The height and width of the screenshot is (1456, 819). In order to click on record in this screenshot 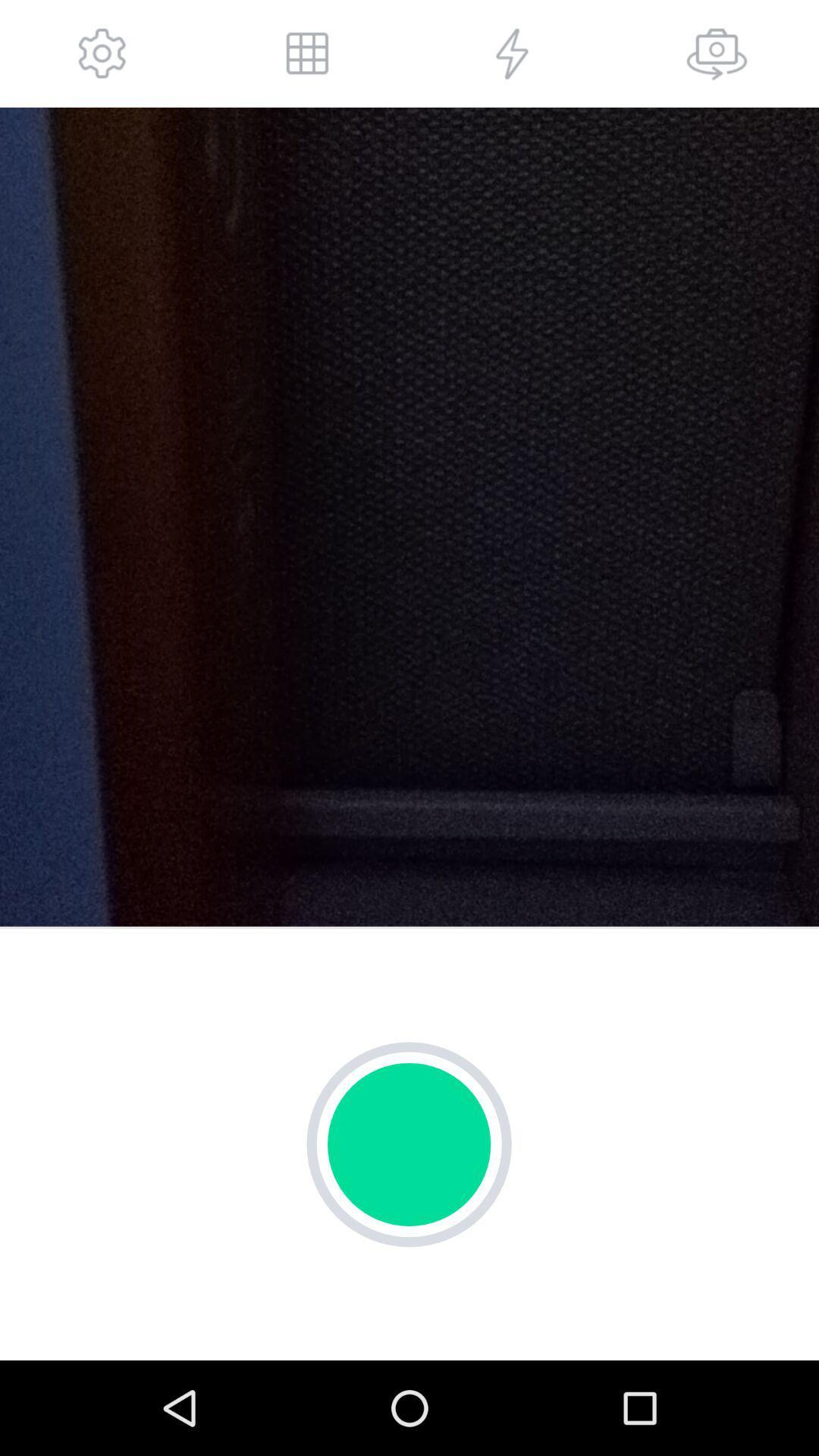, I will do `click(408, 1144)`.